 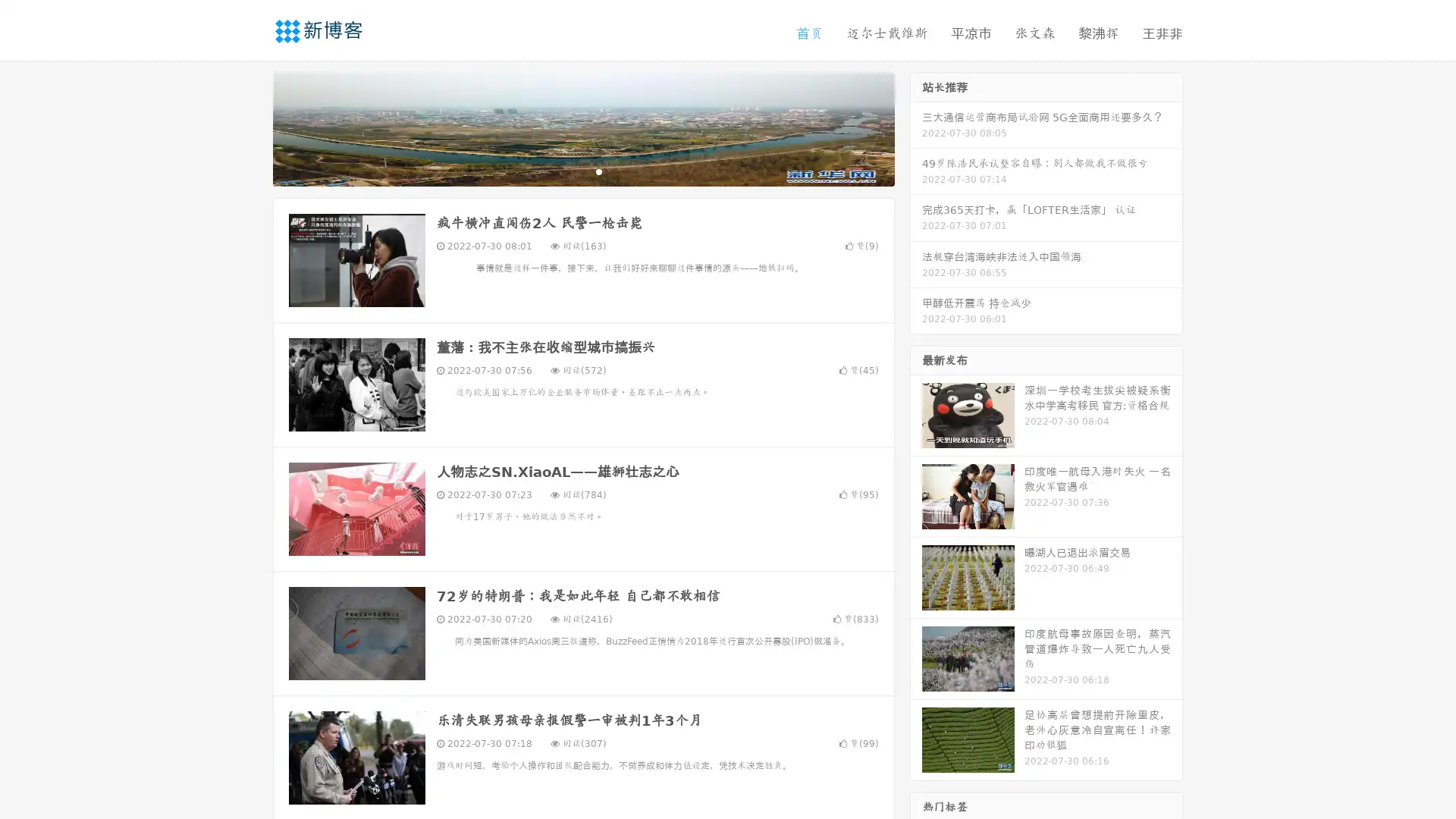 I want to click on Go to slide 1, so click(x=567, y=171).